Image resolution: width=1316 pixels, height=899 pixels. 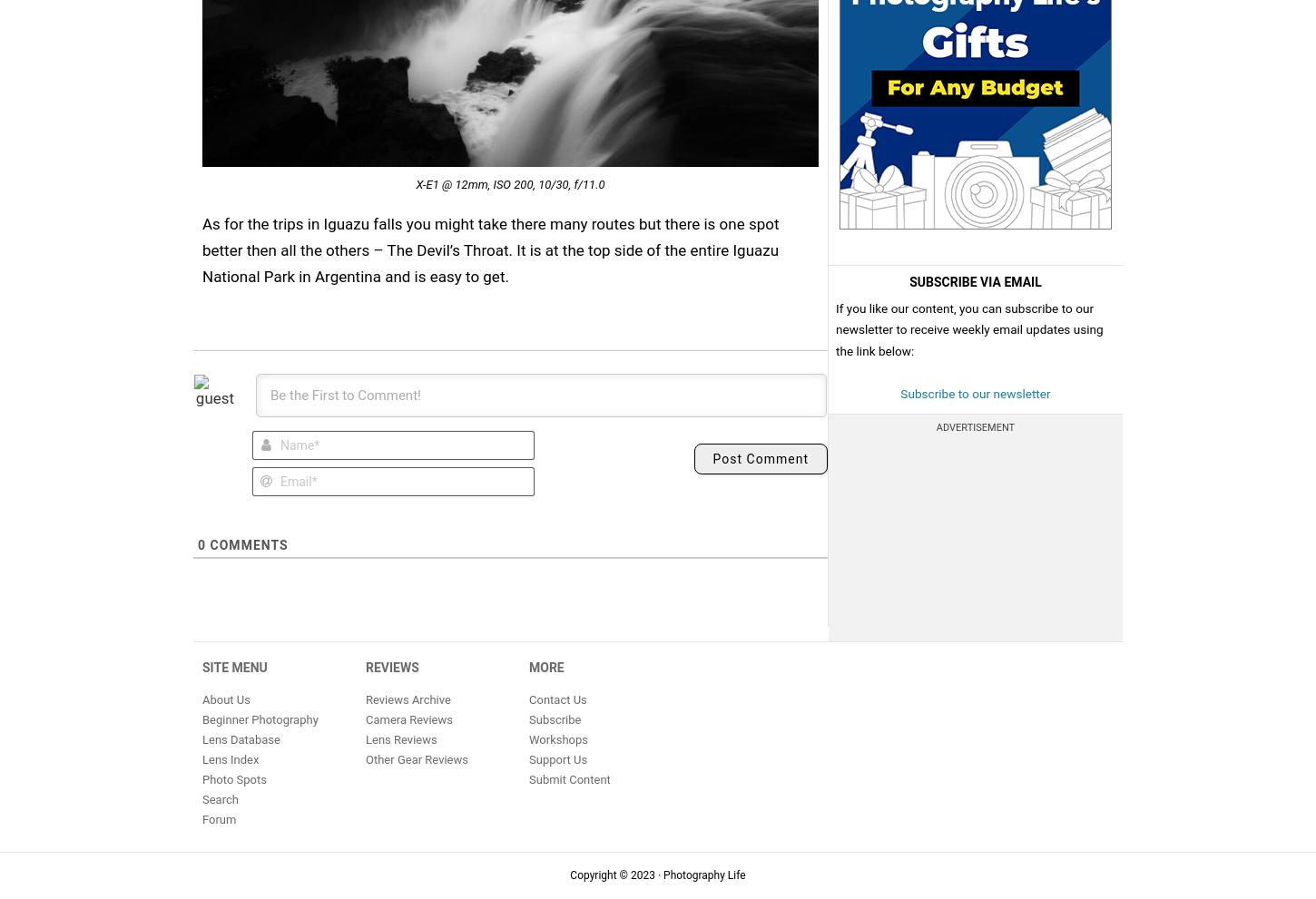 I want to click on 'Workshops', so click(x=529, y=738).